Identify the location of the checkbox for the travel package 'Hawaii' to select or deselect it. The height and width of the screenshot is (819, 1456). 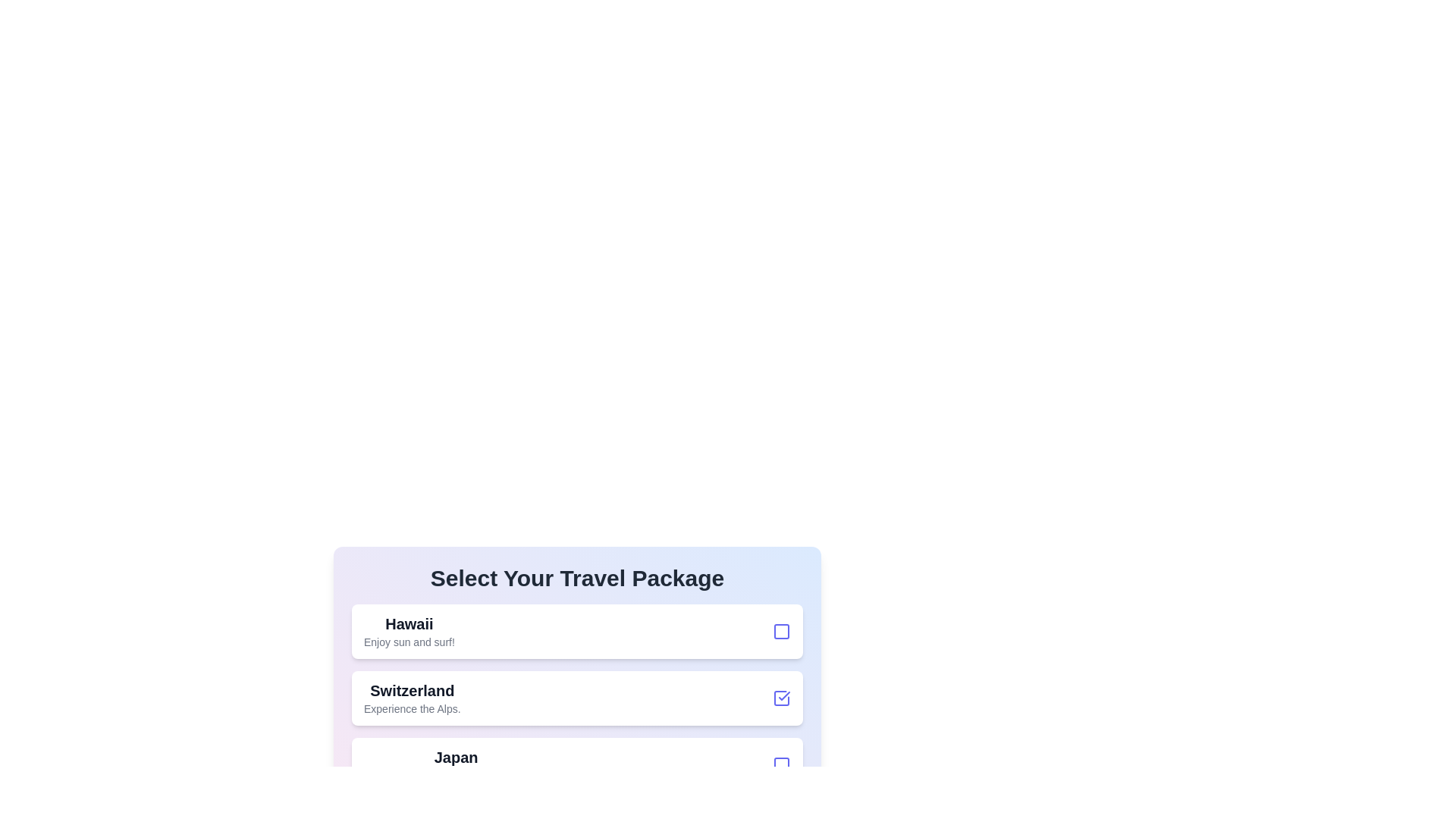
(782, 632).